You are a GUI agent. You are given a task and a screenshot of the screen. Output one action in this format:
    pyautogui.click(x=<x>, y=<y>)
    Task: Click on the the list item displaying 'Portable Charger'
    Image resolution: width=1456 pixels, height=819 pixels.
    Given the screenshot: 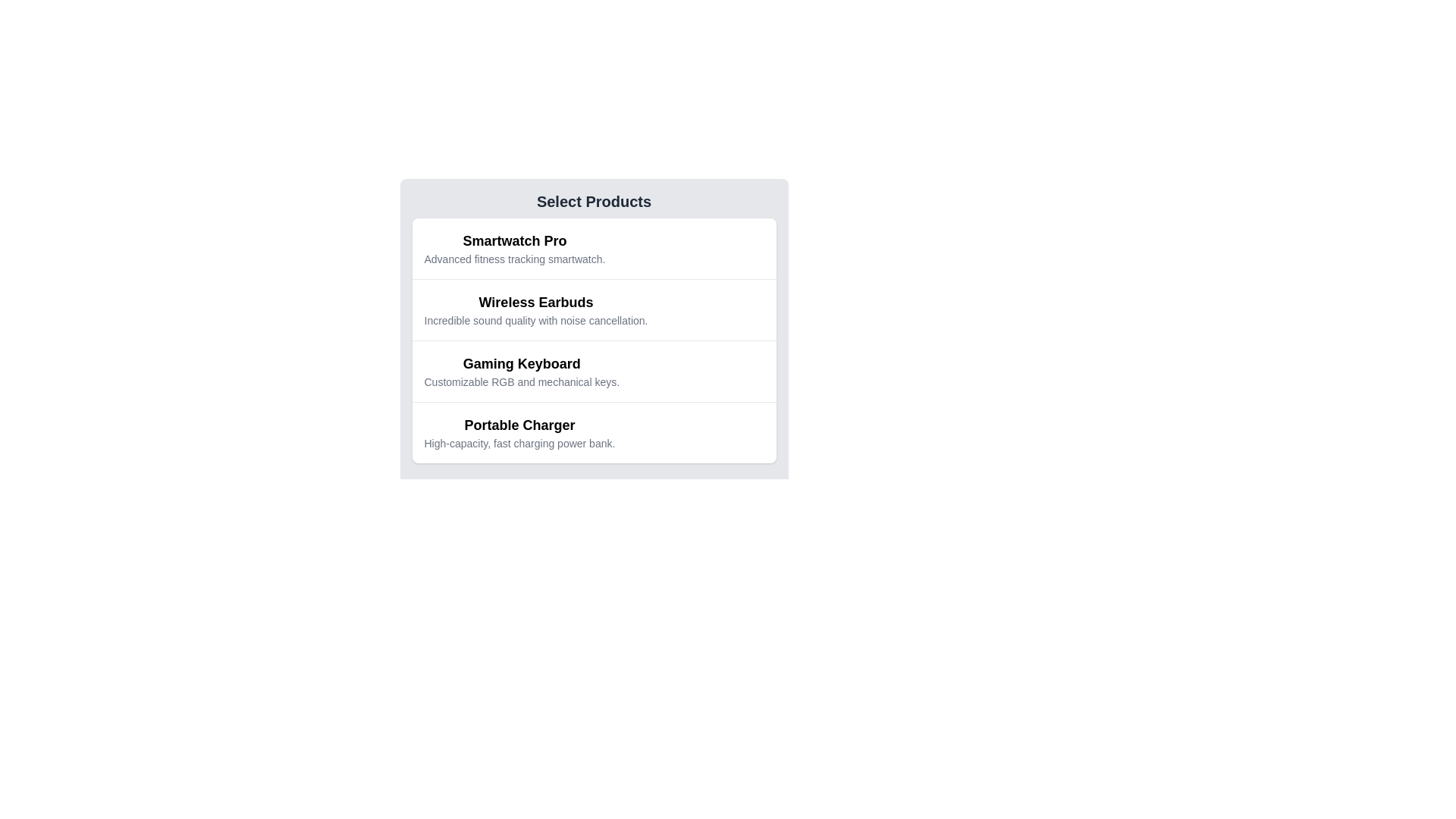 What is the action you would take?
    pyautogui.click(x=519, y=432)
    